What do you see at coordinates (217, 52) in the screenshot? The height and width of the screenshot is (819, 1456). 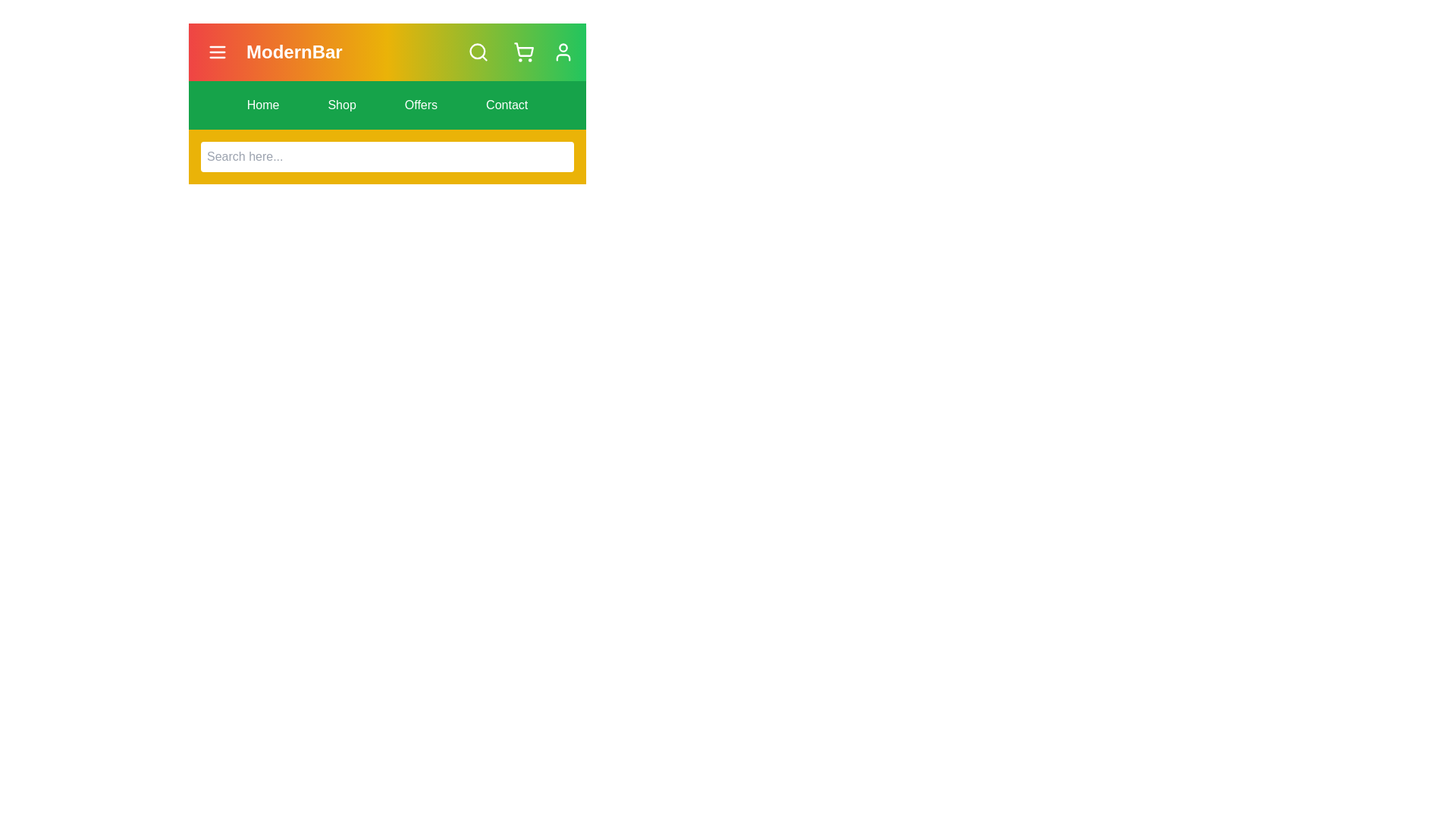 I see `the menu button to toggle the menu visibility` at bounding box center [217, 52].